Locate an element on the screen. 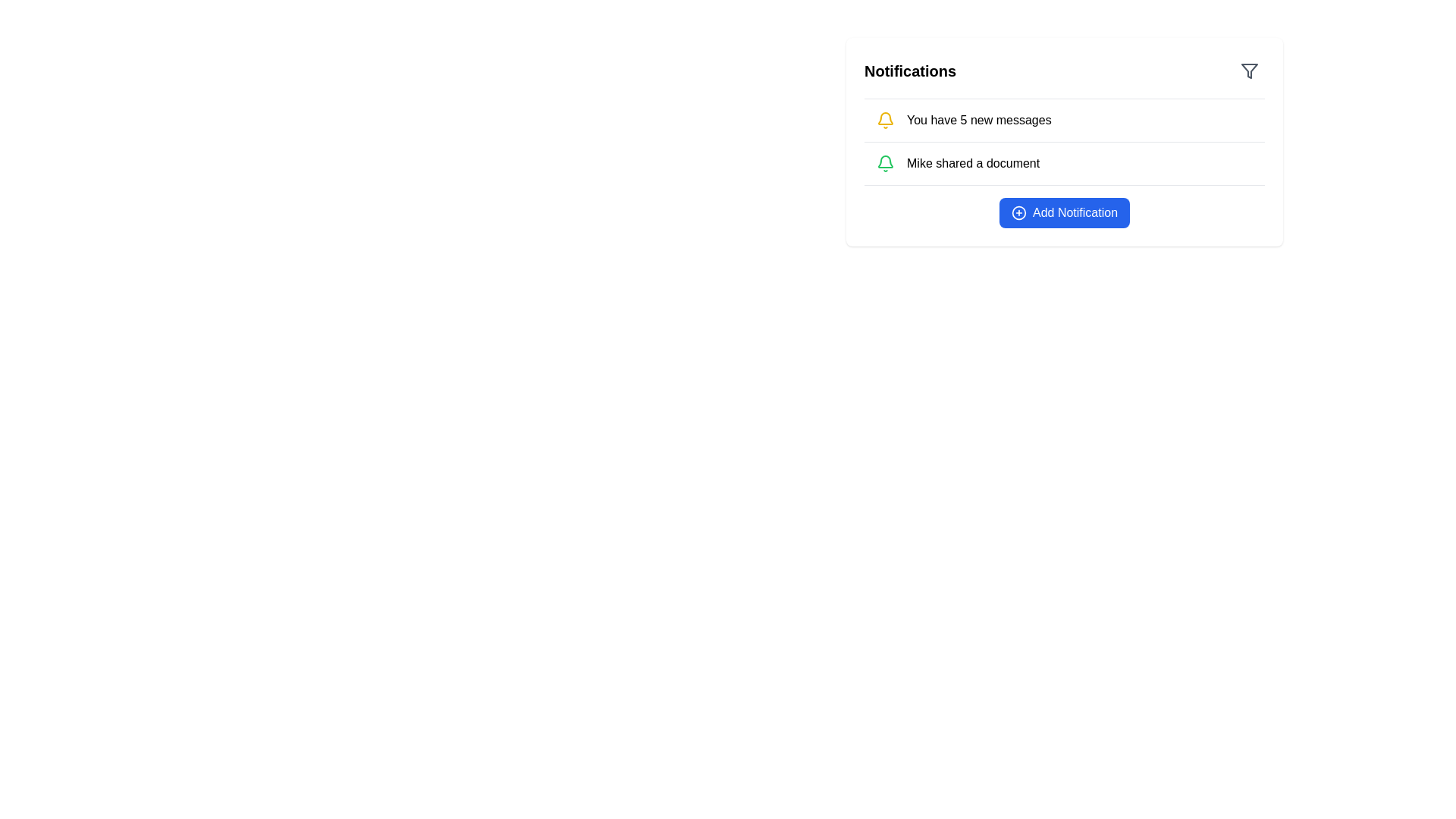  'Add Notification' icon visually, which is the first and only icon within the button labeled 'Add Notification', located centrally towards the bottom of the notification section is located at coordinates (1019, 213).